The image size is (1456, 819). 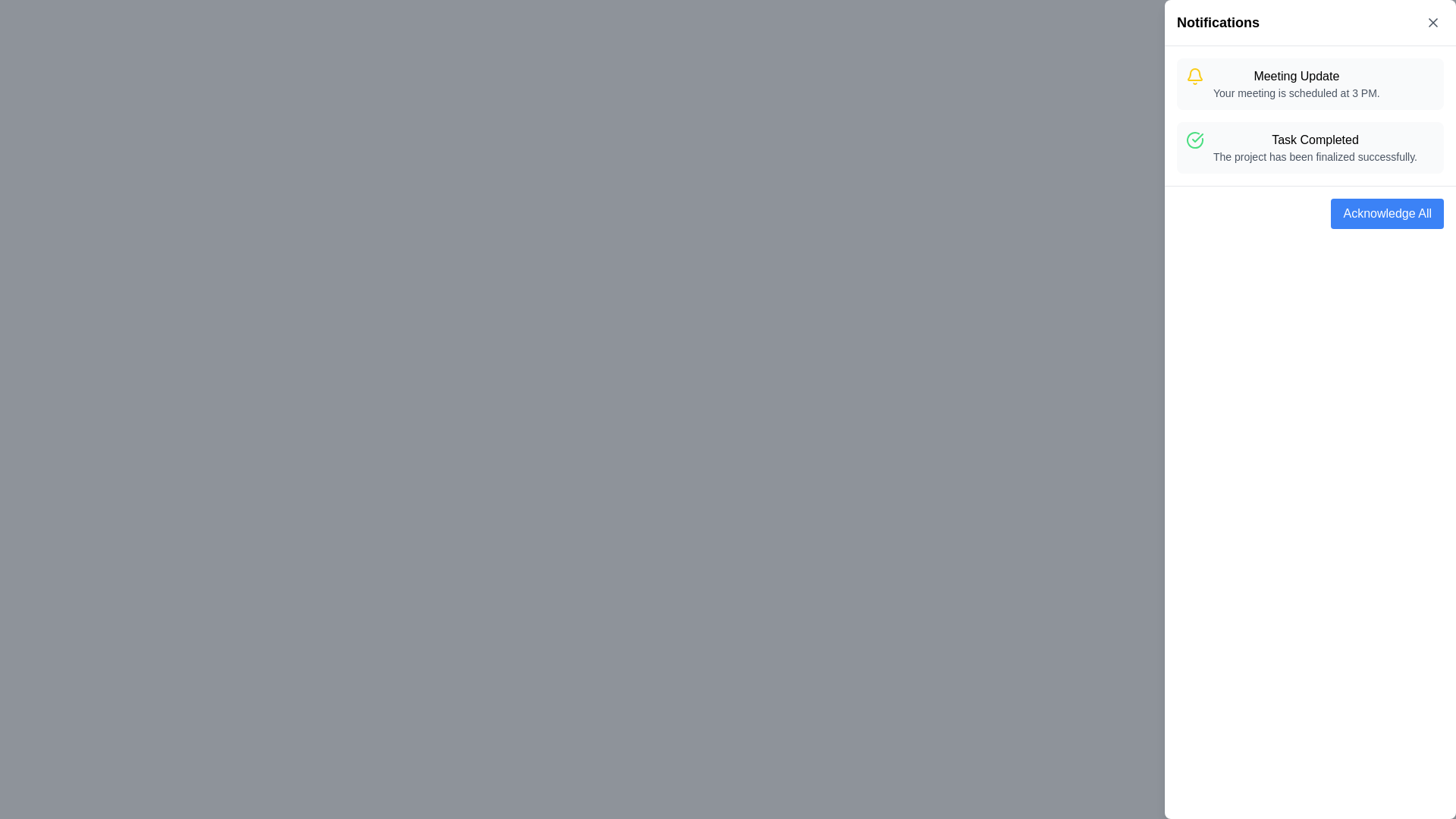 What do you see at coordinates (1295, 76) in the screenshot?
I see `the text label displaying 'Meeting Update', which is styled in black and serves as a headline in the notification panel` at bounding box center [1295, 76].